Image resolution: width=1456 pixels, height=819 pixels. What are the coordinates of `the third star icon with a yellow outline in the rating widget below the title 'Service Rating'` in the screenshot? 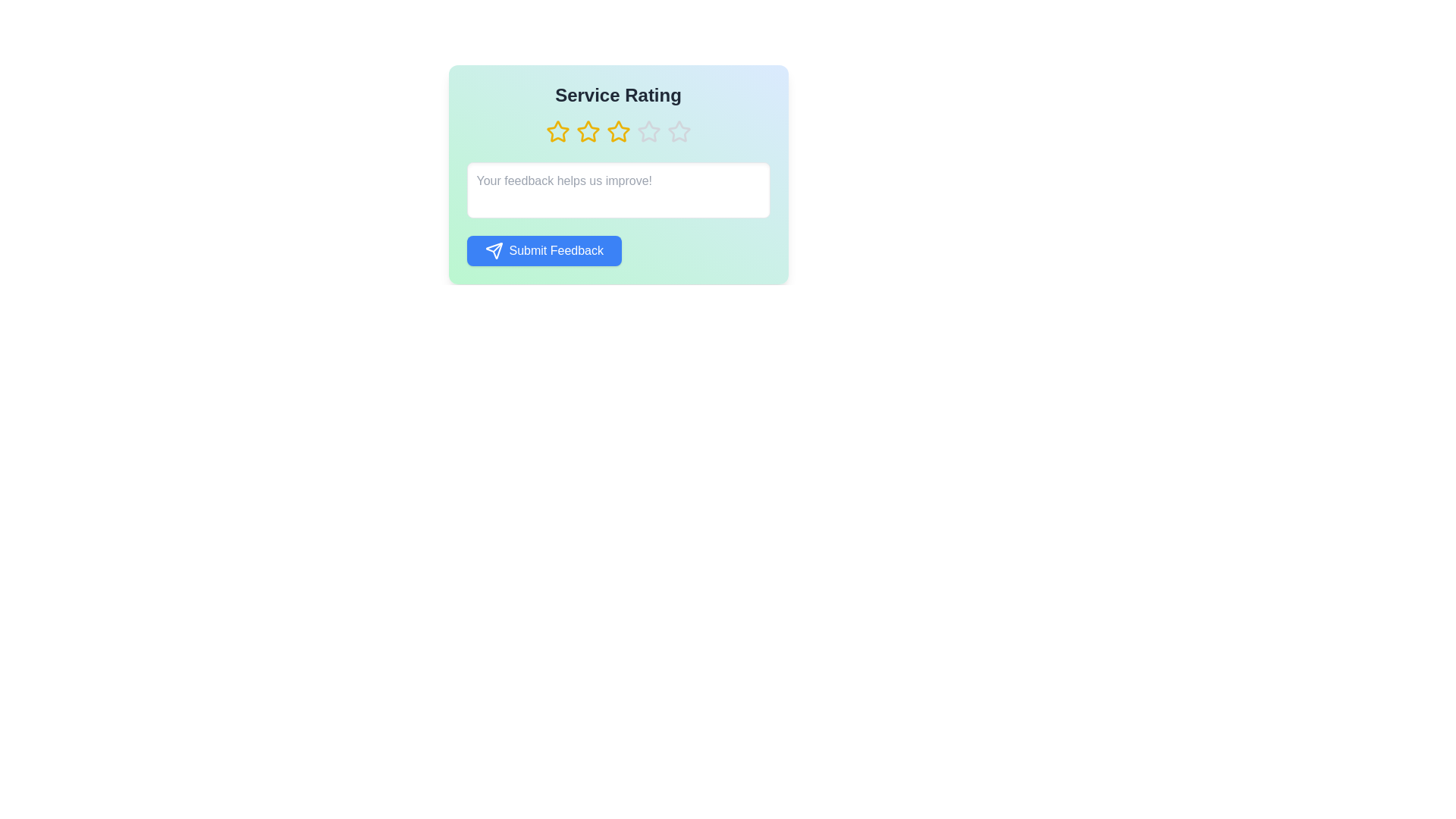 It's located at (587, 130).